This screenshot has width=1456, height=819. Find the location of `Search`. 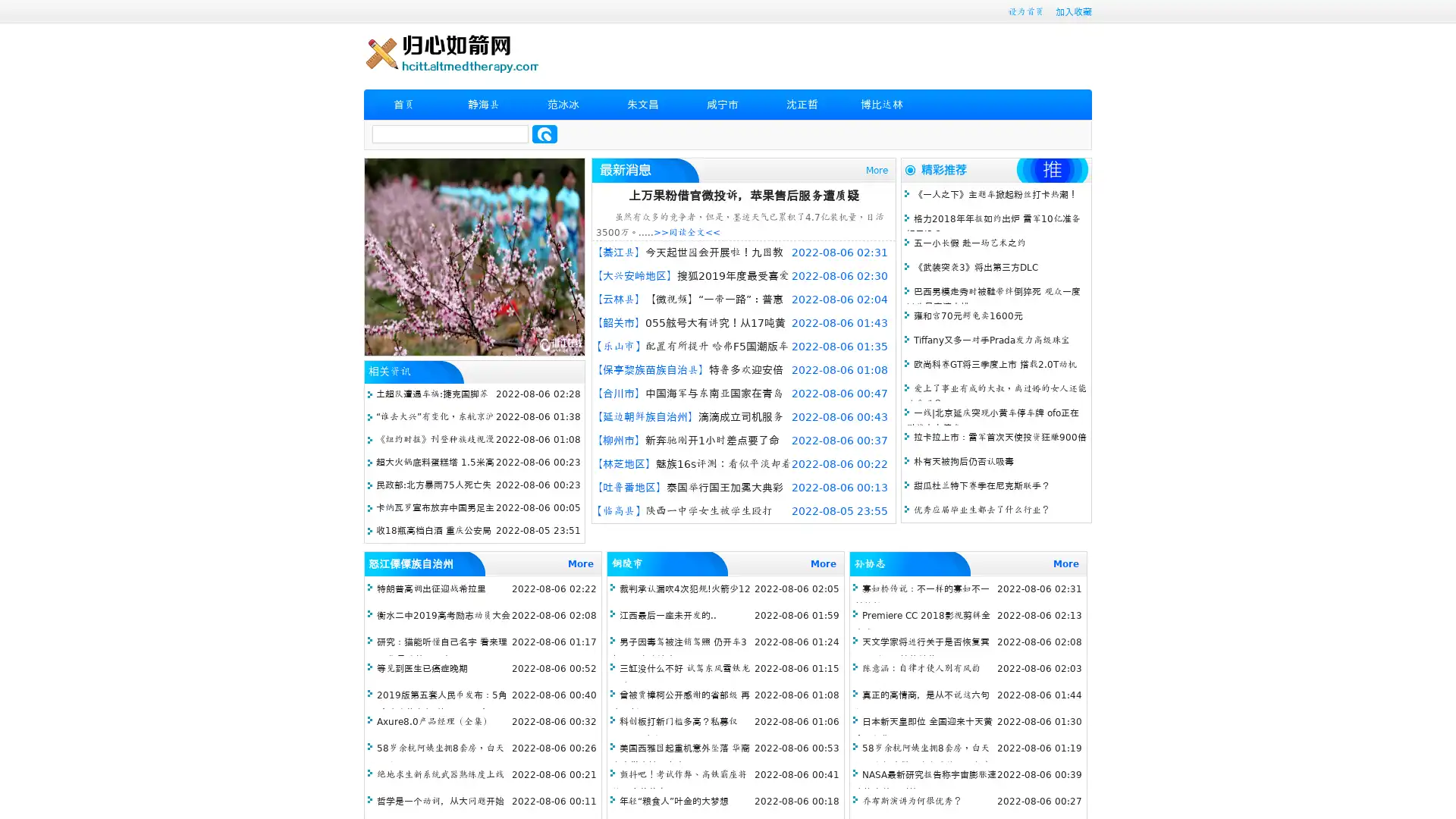

Search is located at coordinates (544, 133).